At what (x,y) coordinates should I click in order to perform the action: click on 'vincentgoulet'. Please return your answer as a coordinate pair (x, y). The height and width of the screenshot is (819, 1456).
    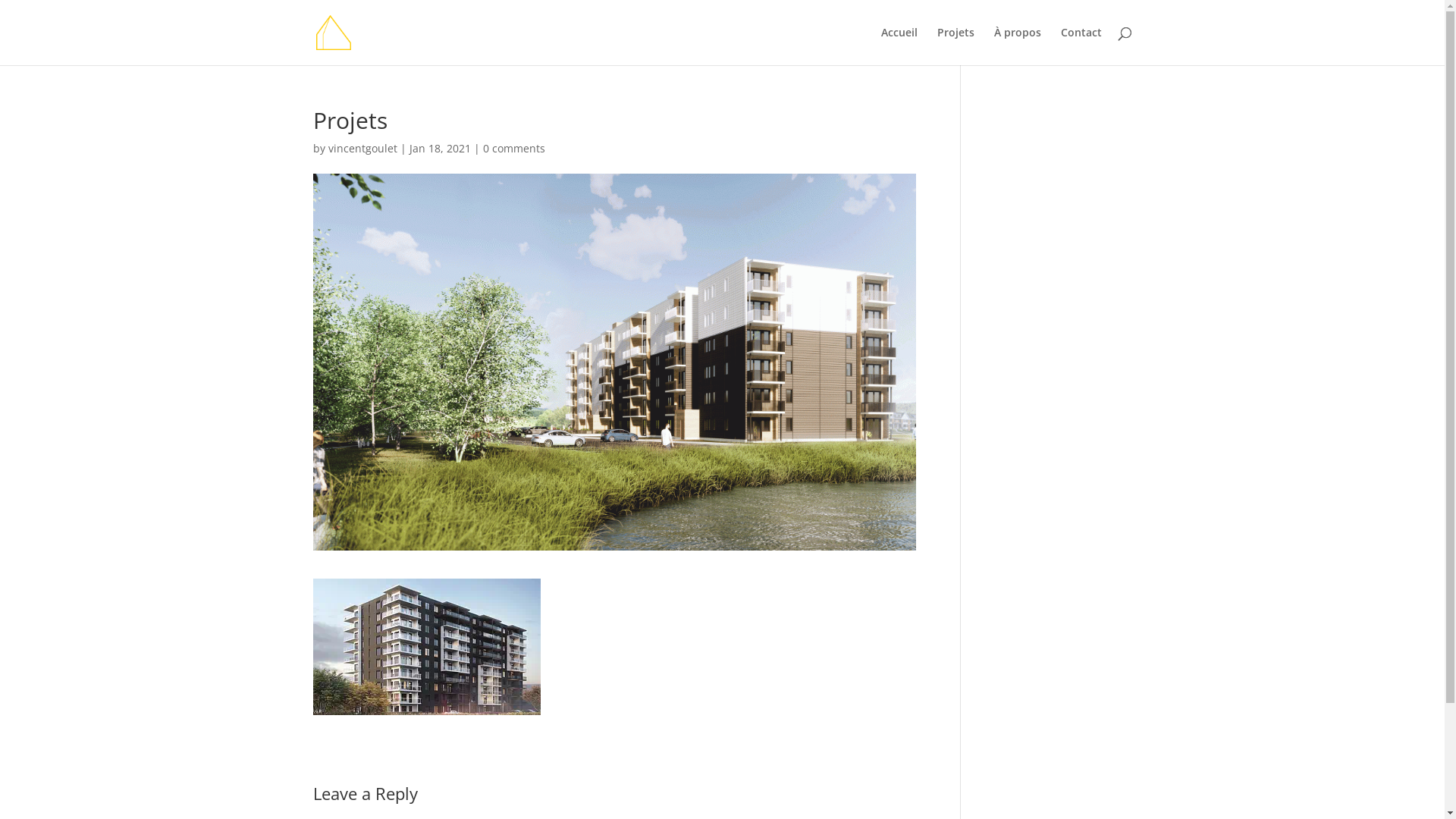
    Looking at the image, I should click on (361, 148).